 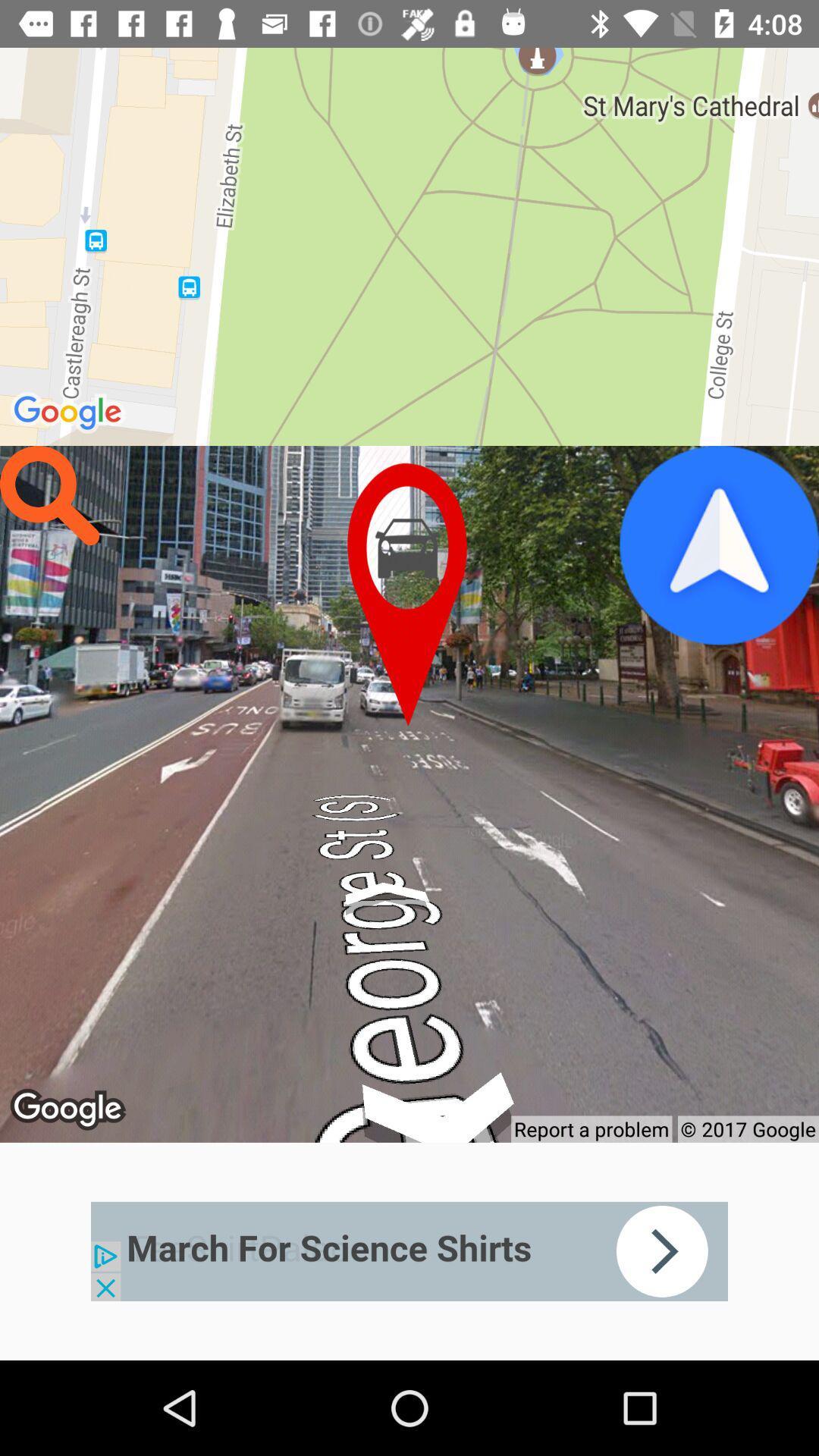 I want to click on click on advertisements, so click(x=409, y=1251).